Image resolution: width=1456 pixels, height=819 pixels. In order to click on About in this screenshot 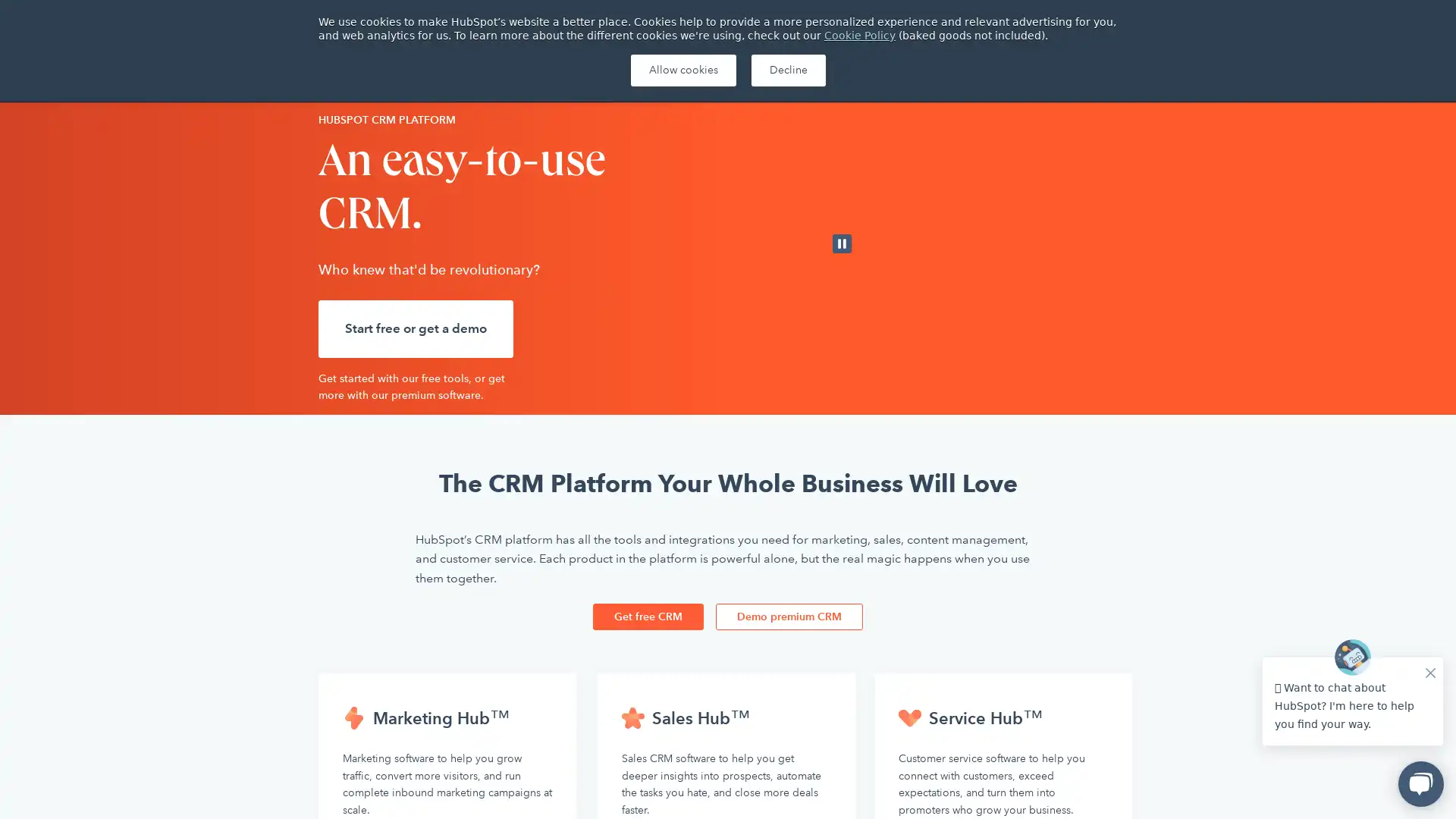, I will do `click(1103, 20)`.